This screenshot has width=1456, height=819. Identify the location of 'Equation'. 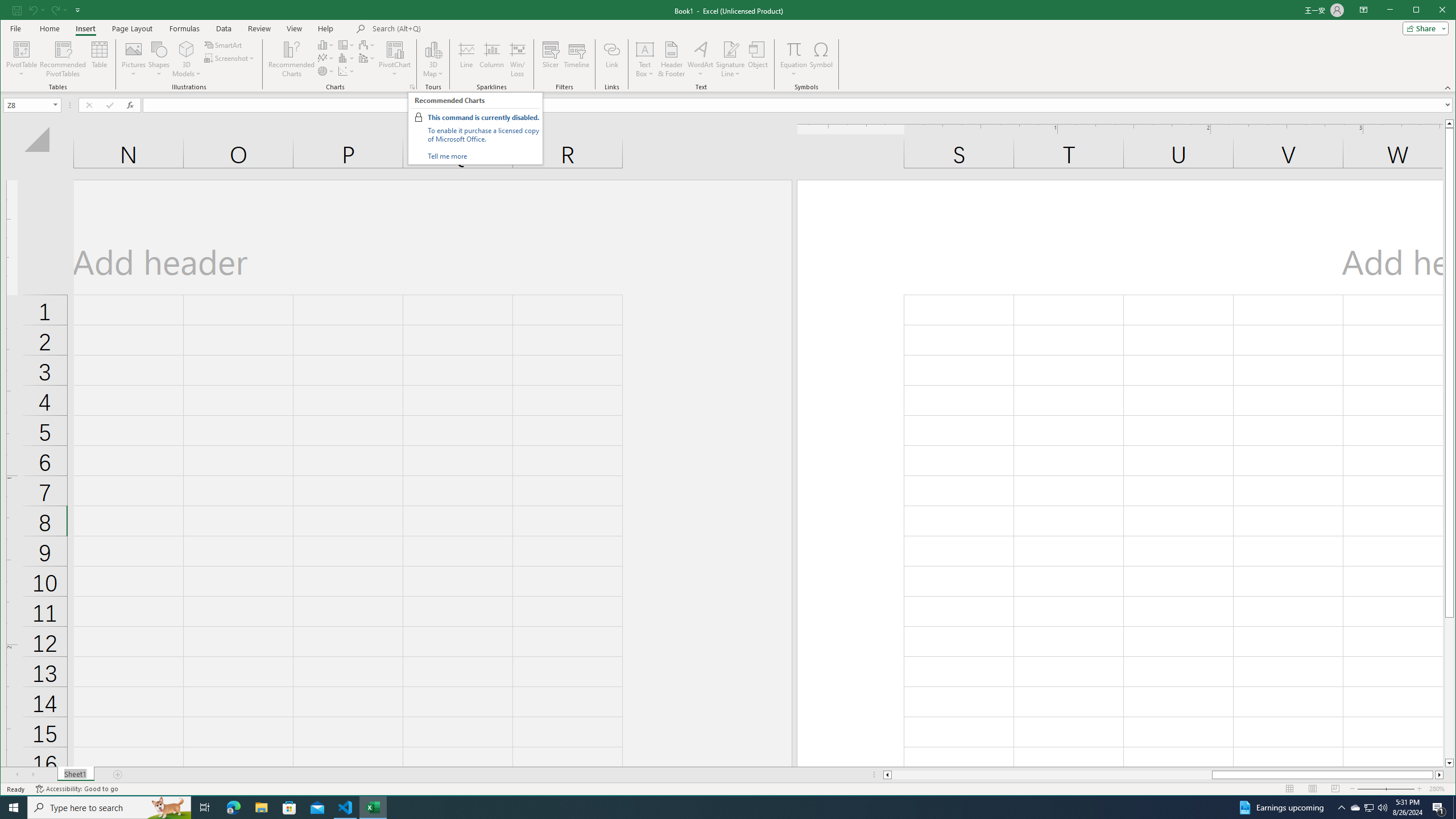
(793, 48).